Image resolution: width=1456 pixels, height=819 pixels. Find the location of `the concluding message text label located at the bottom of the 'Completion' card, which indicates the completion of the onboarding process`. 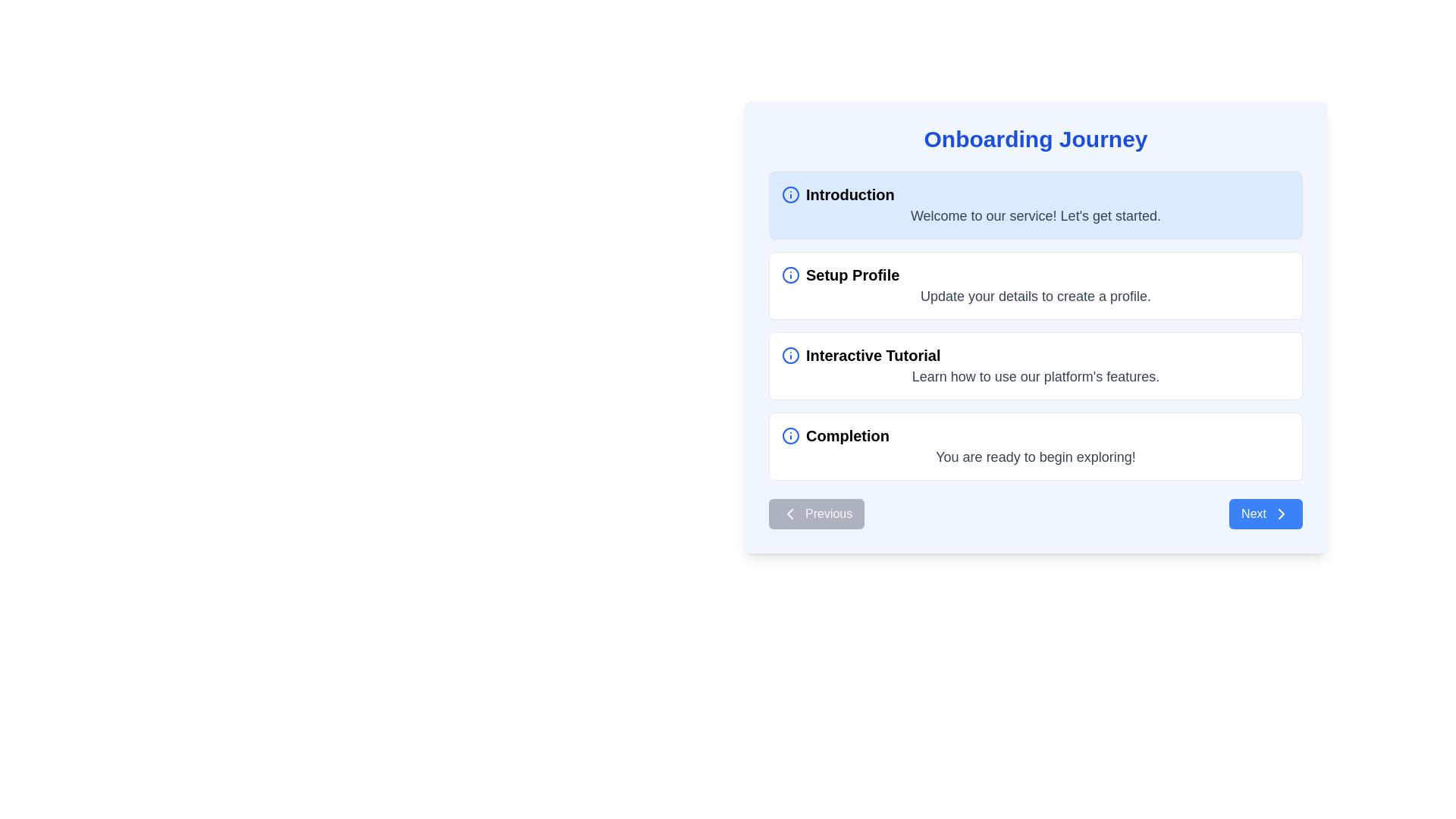

the concluding message text label located at the bottom of the 'Completion' card, which indicates the completion of the onboarding process is located at coordinates (1035, 456).